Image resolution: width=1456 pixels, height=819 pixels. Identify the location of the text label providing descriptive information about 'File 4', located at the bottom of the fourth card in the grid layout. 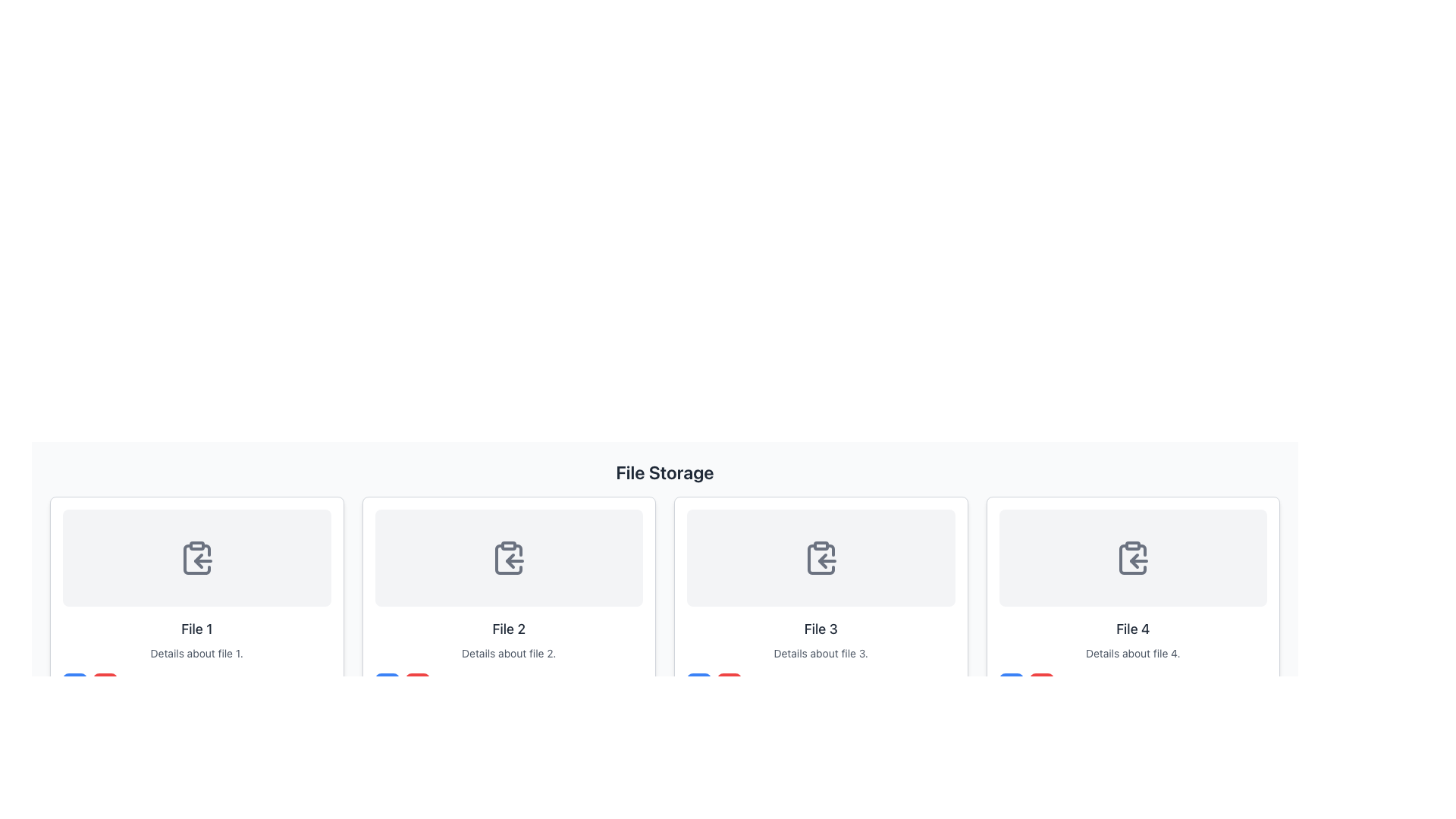
(1133, 652).